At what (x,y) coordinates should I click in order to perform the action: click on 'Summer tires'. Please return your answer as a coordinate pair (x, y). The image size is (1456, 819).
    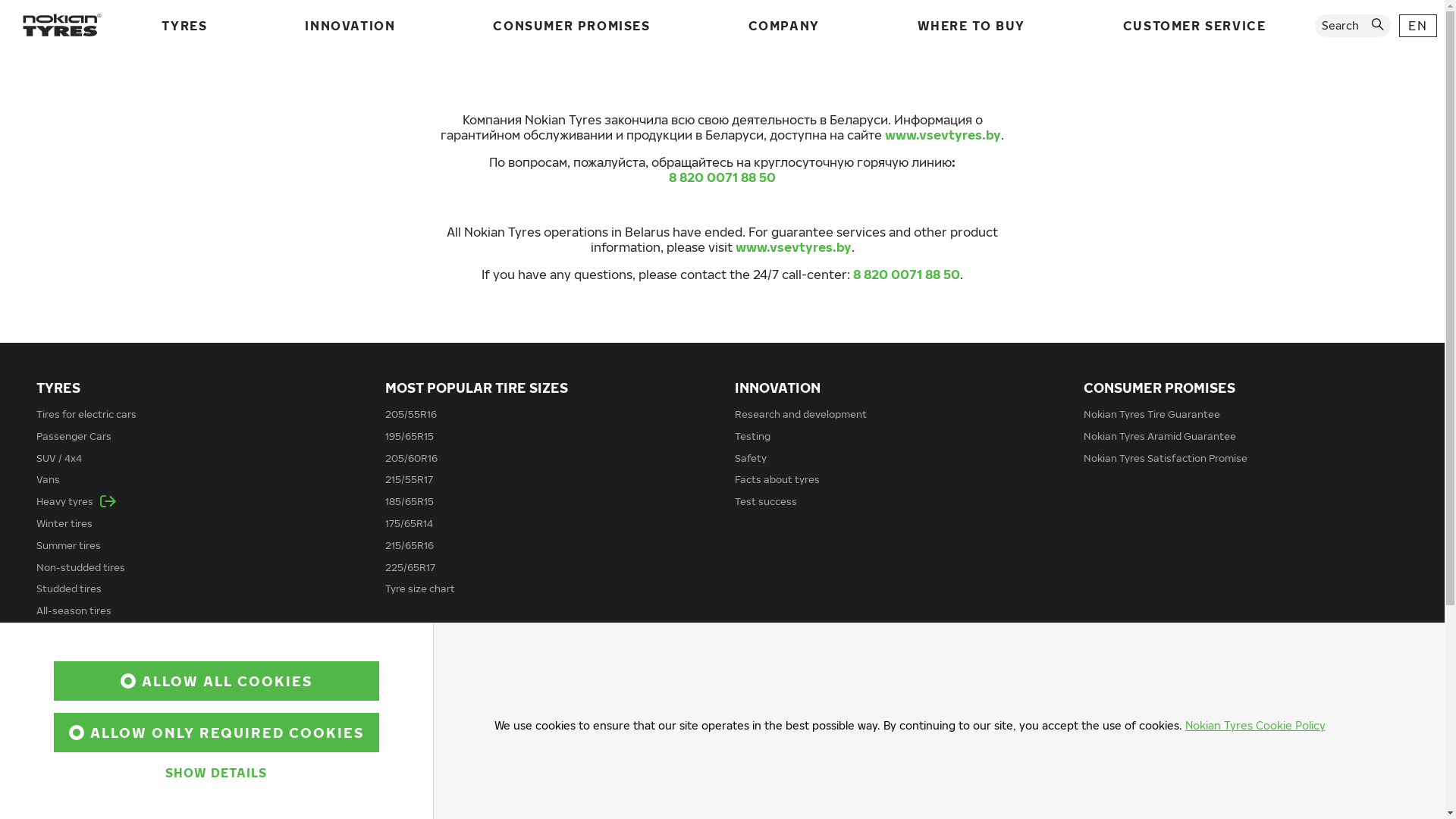
    Looking at the image, I should click on (67, 544).